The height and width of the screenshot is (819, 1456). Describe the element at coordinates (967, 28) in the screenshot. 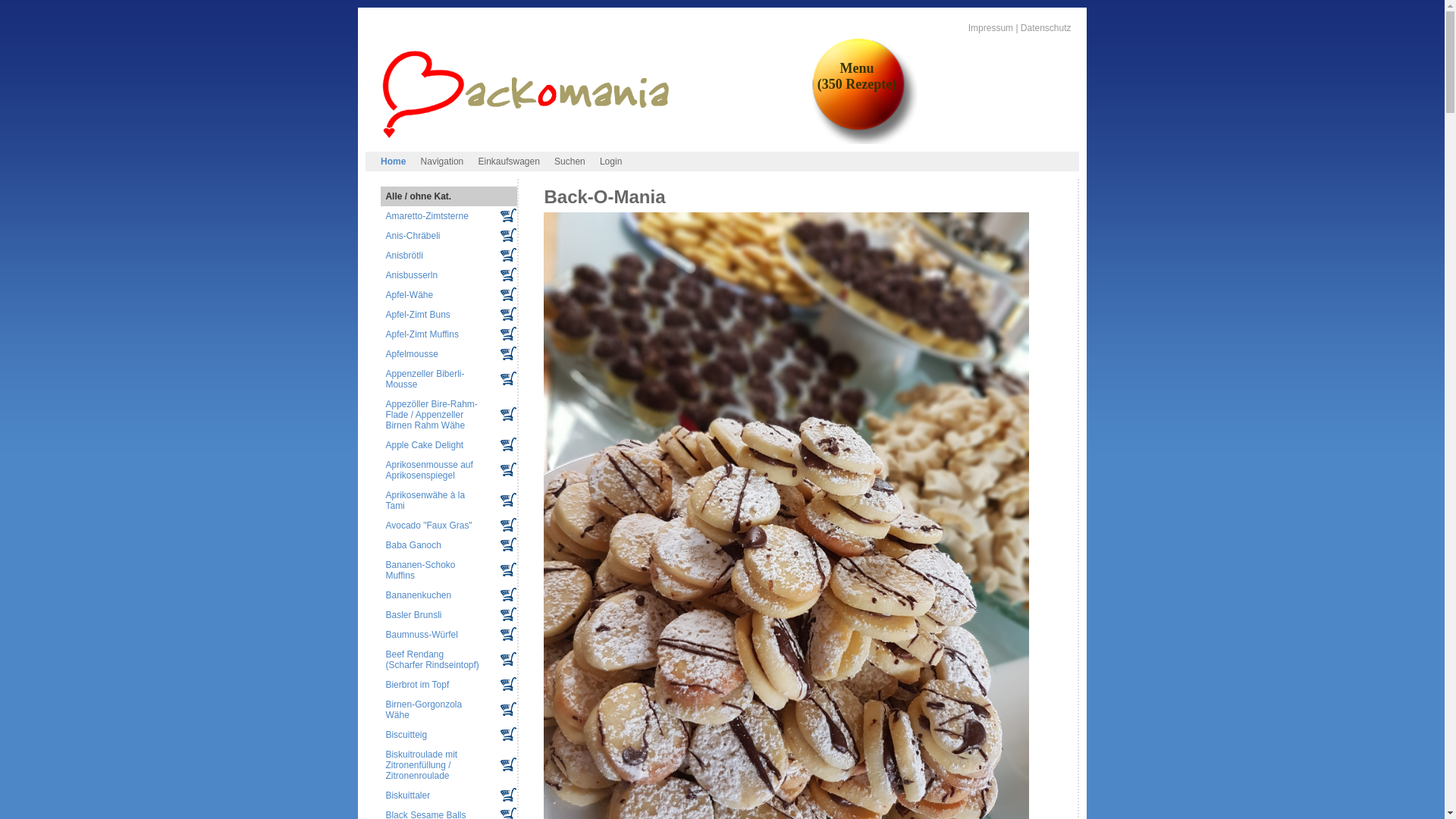

I see `'Impressum'` at that location.